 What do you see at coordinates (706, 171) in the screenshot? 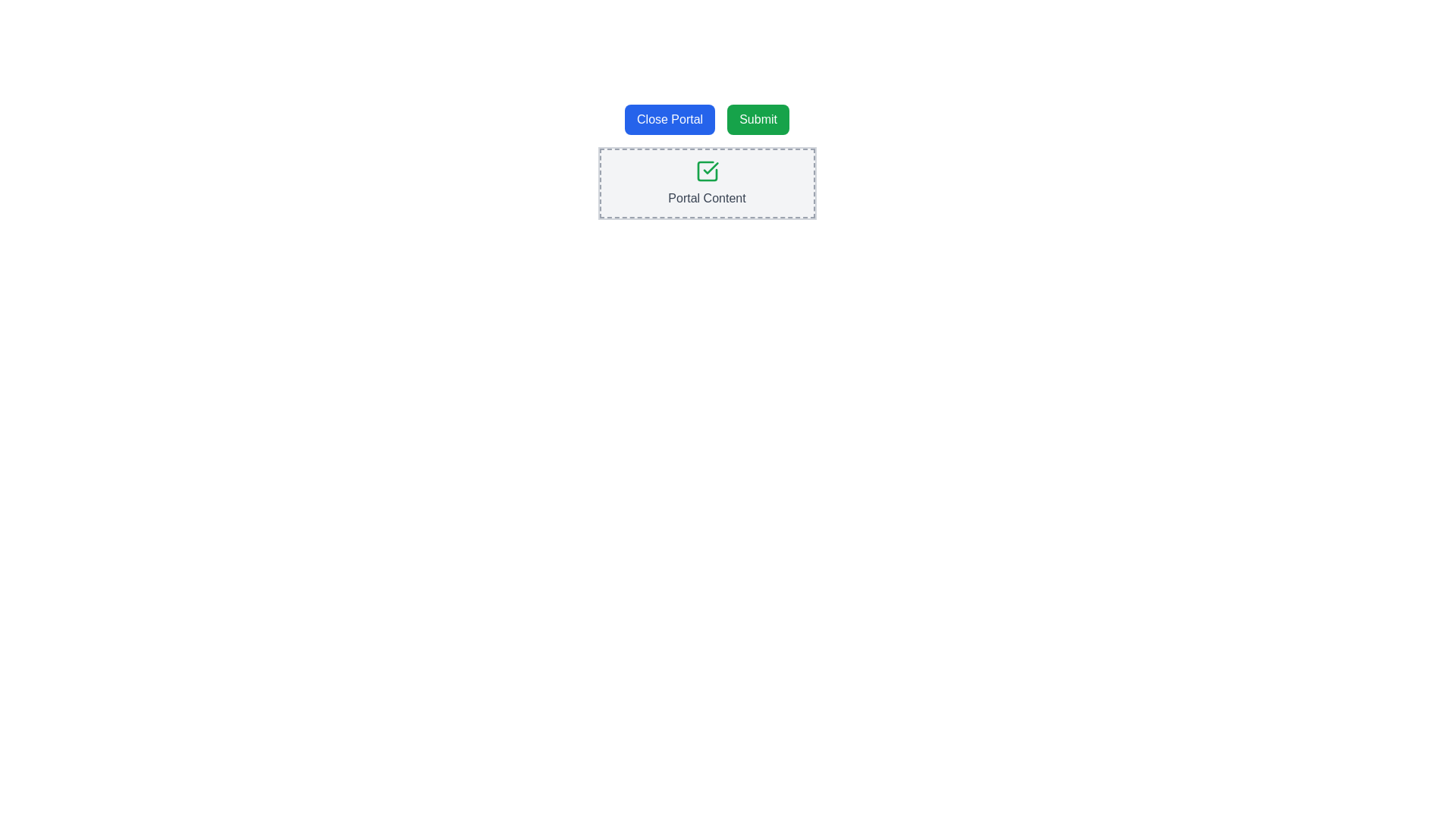
I see `the success icon indicating a confirmed state, positioned above the 'Portal Content' text element` at bounding box center [706, 171].